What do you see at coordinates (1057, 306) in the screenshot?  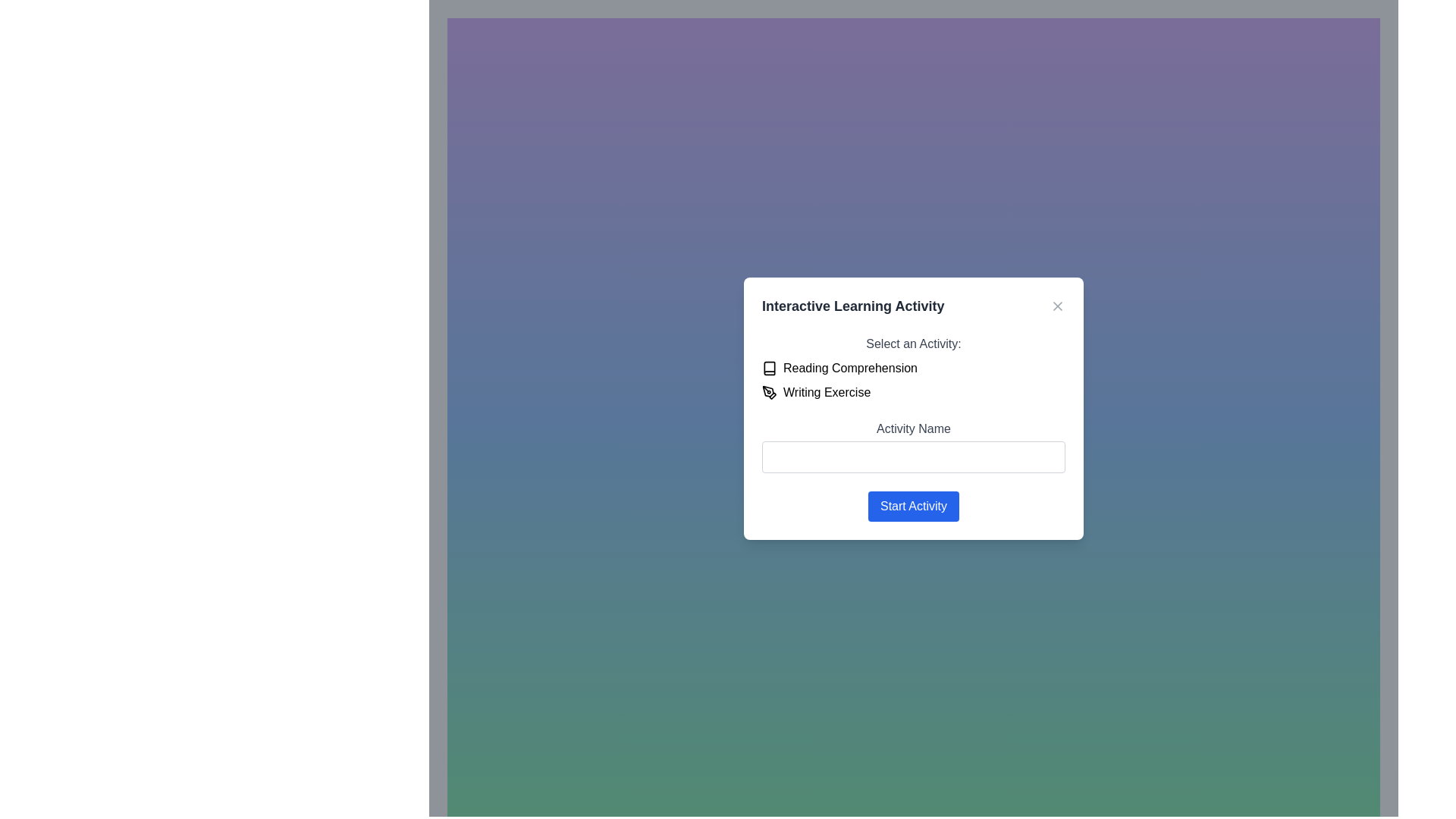 I see `the small 'X' icon in the top-right corner of the header bar` at bounding box center [1057, 306].